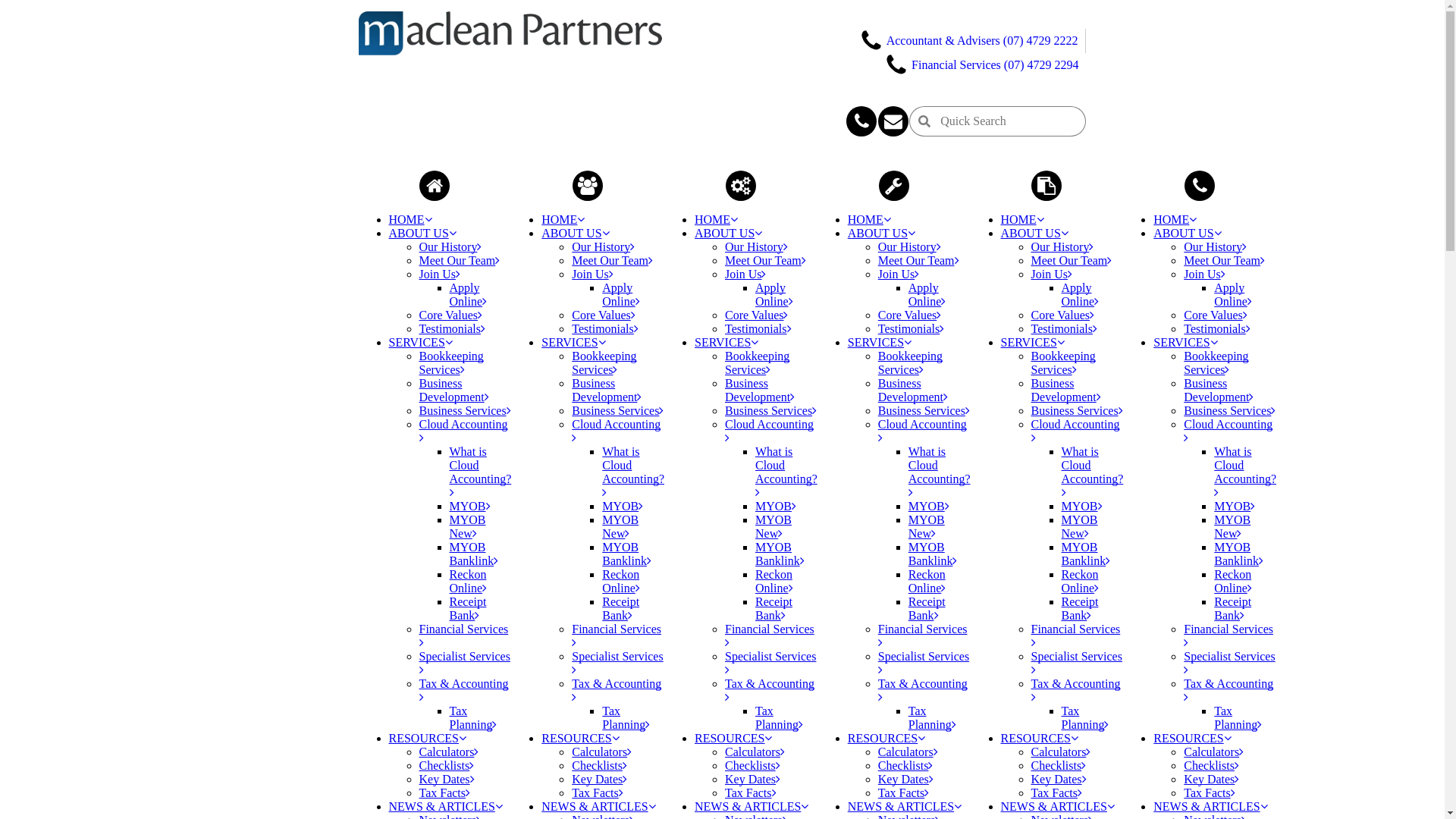 The image size is (1456, 819). Describe the element at coordinates (877, 120) in the screenshot. I see `'contact_maclean_partners/contact_us'` at that location.